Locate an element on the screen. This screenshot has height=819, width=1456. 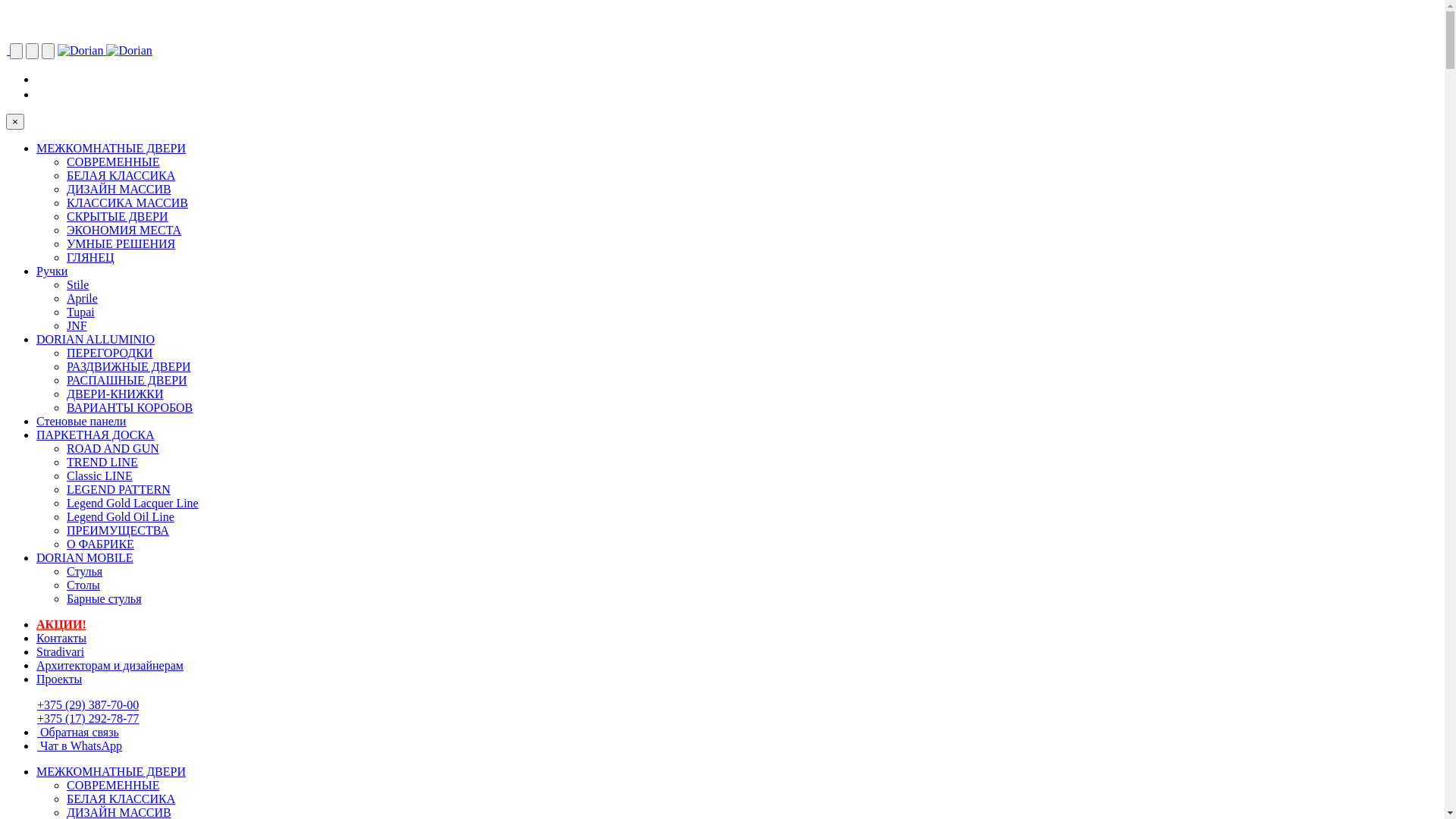
'+375 (29) 387-70-00' is located at coordinates (86, 704).